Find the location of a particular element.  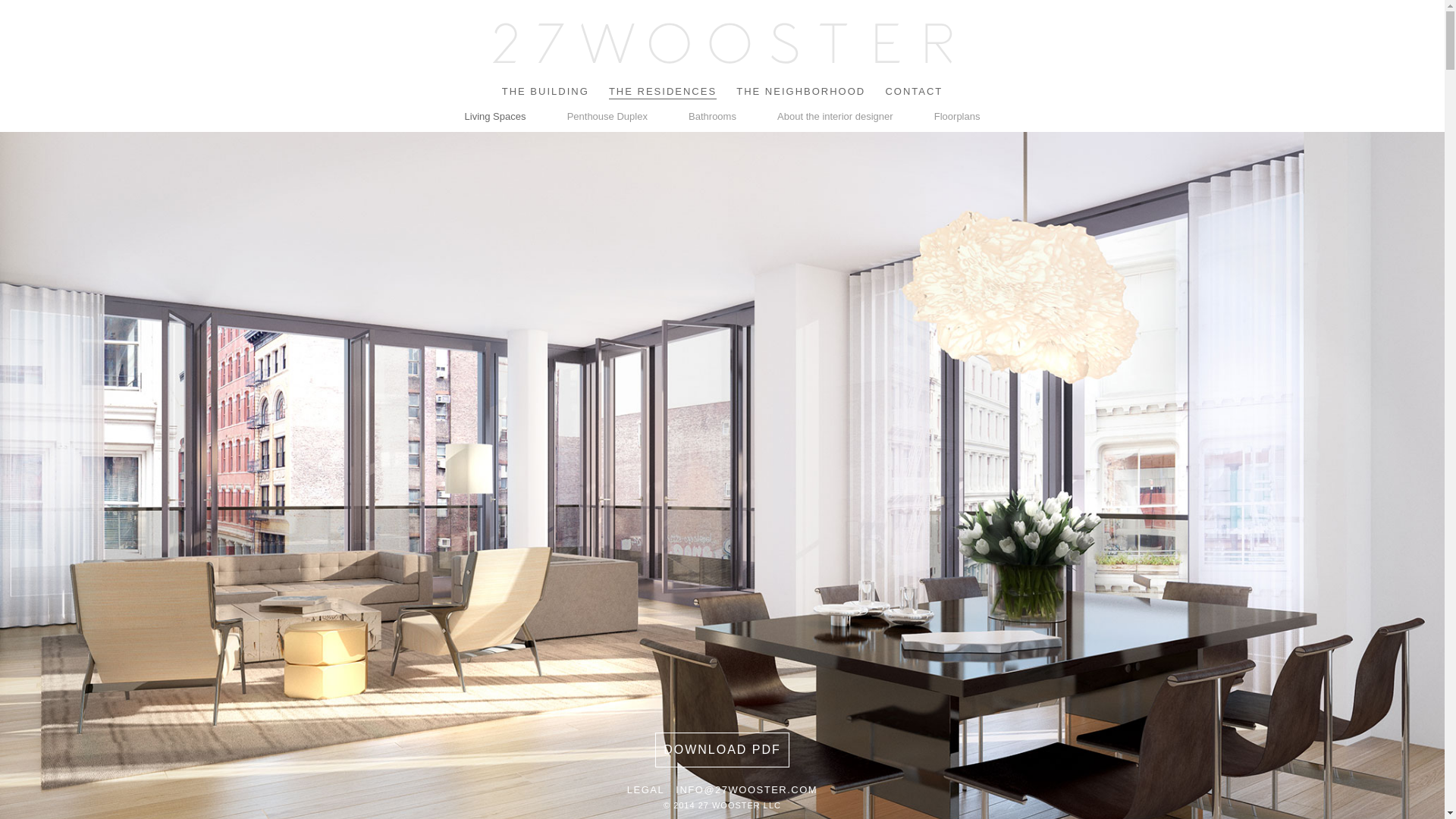

'THE RESIDENCES' is located at coordinates (662, 91).